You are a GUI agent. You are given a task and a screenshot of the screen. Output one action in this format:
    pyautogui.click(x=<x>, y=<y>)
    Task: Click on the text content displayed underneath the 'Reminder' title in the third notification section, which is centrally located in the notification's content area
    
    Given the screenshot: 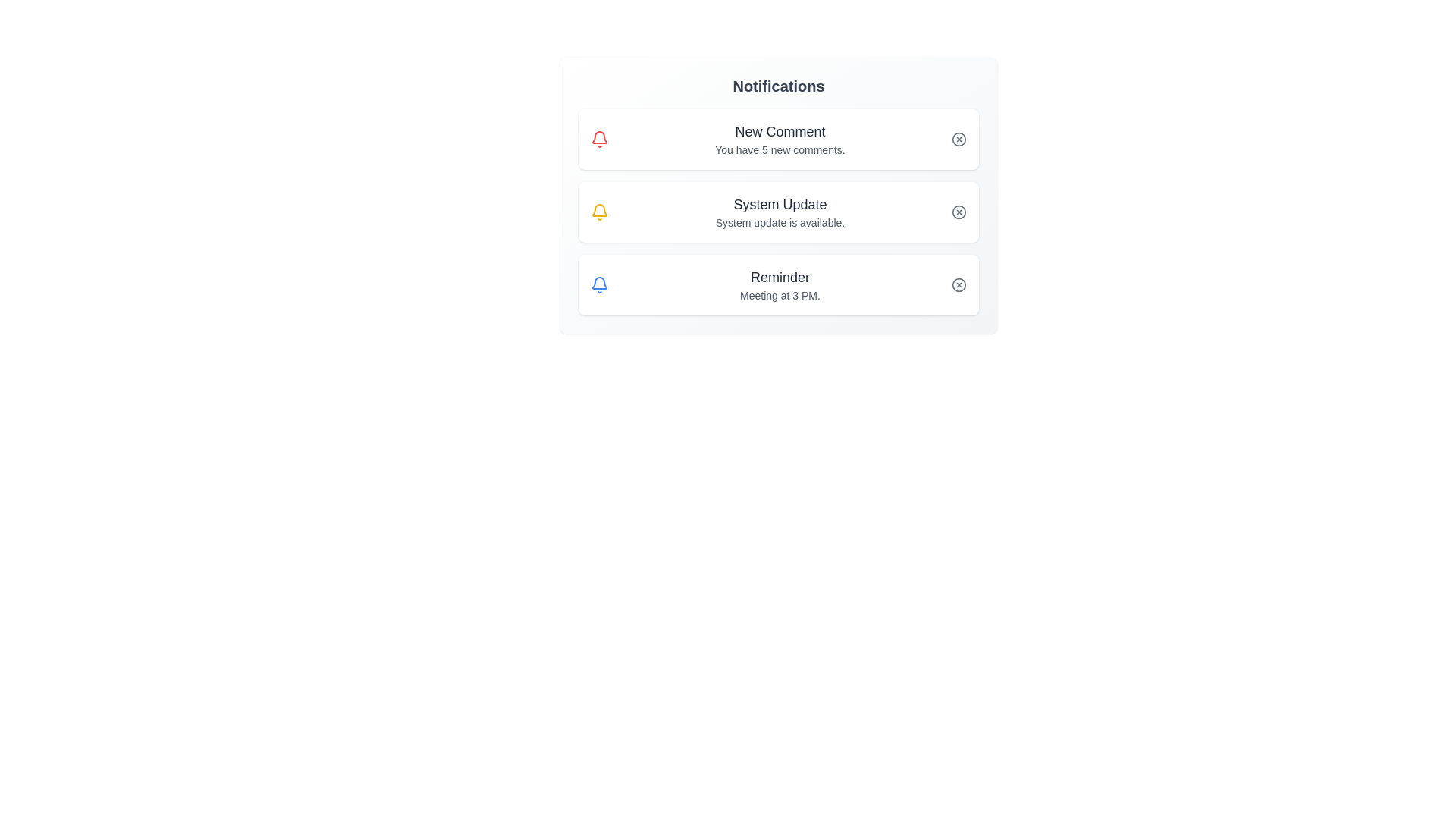 What is the action you would take?
    pyautogui.click(x=780, y=295)
    